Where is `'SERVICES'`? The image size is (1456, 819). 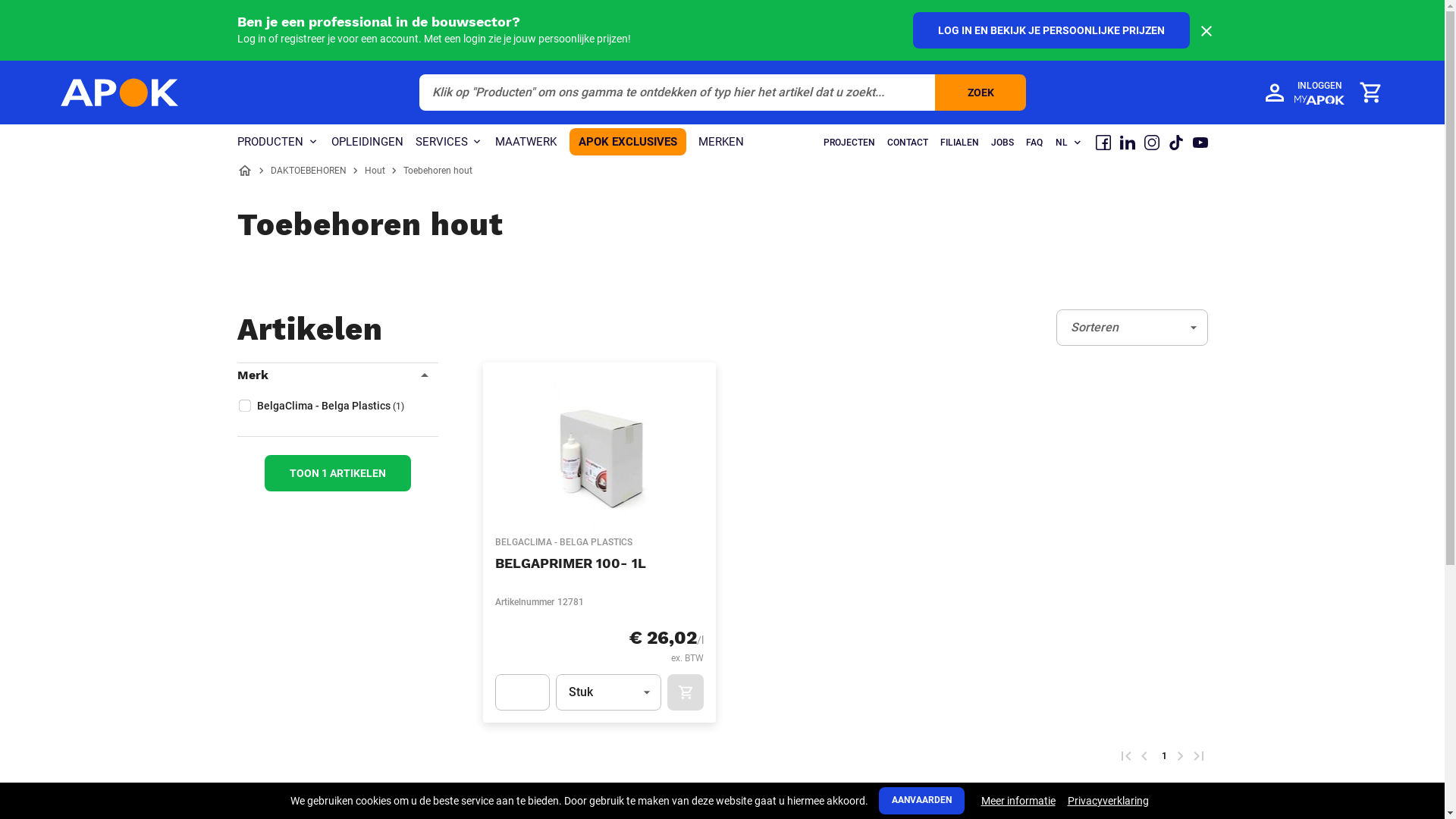 'SERVICES' is located at coordinates (448, 142).